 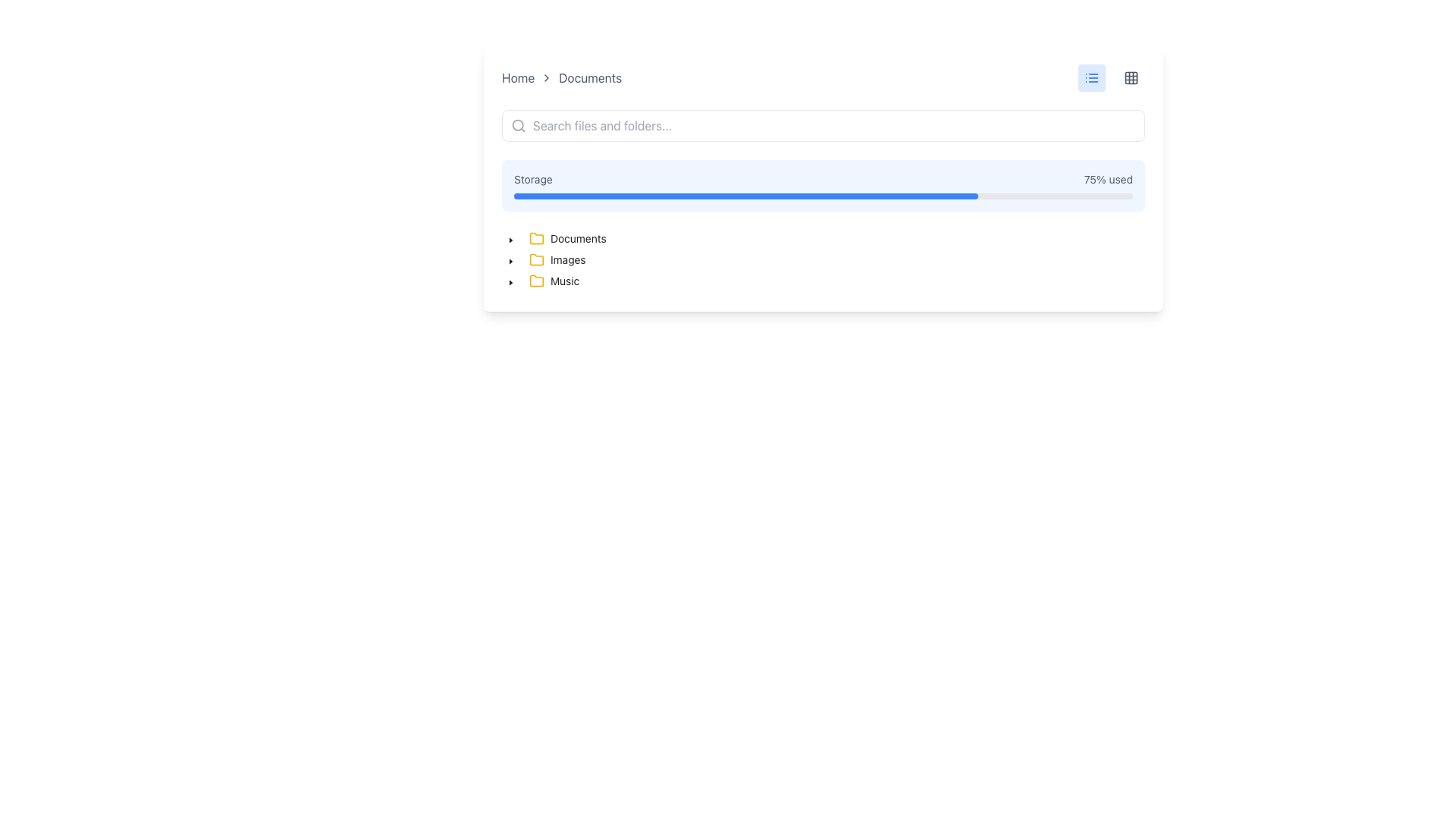 What do you see at coordinates (519, 124) in the screenshot?
I see `the search icon represented by a gray magnifying glass to initiate a search action` at bounding box center [519, 124].